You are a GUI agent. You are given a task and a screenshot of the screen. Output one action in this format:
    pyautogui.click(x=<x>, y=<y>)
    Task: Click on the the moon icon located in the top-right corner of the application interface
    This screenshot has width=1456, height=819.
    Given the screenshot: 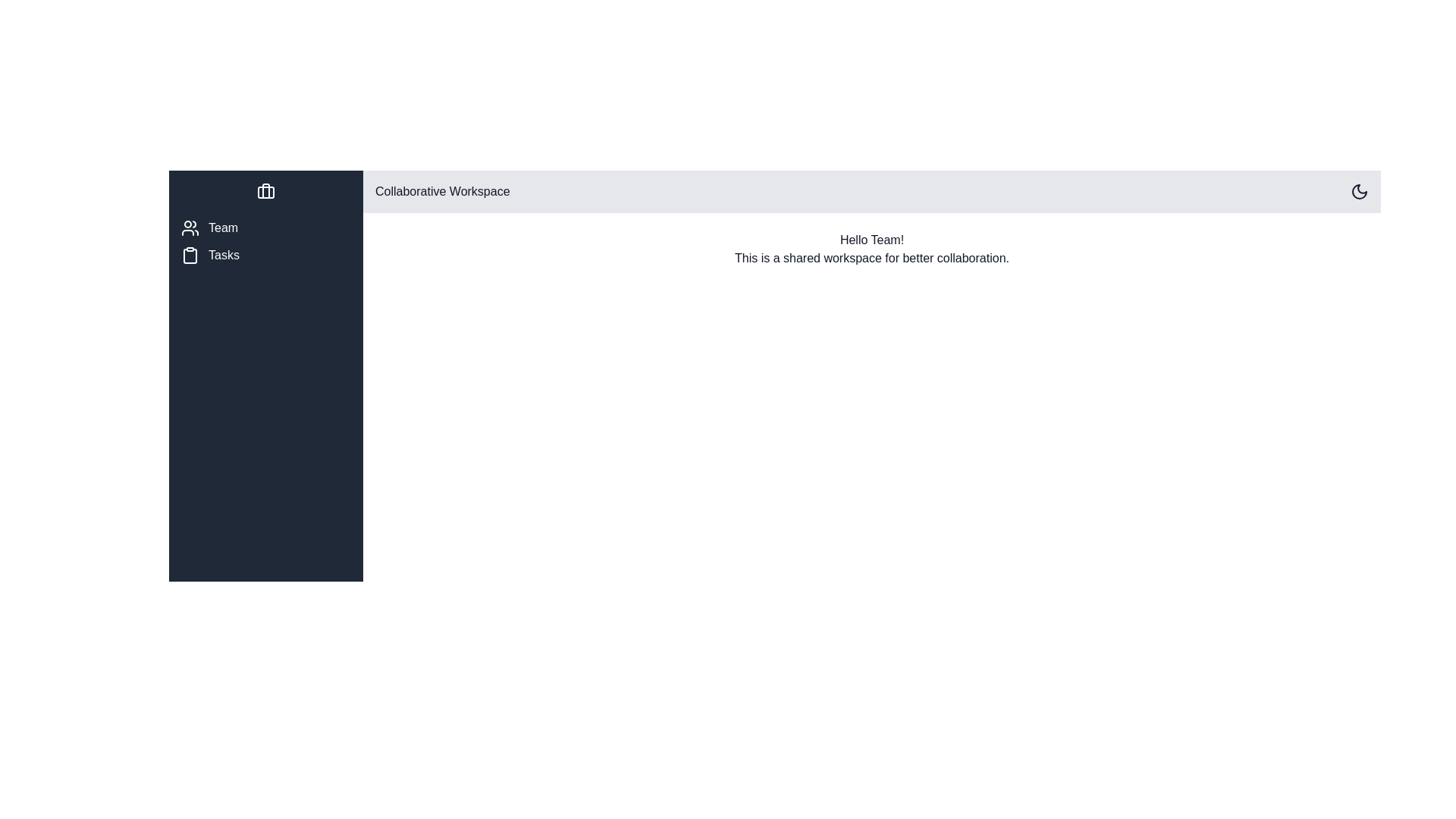 What is the action you would take?
    pyautogui.click(x=1360, y=191)
    